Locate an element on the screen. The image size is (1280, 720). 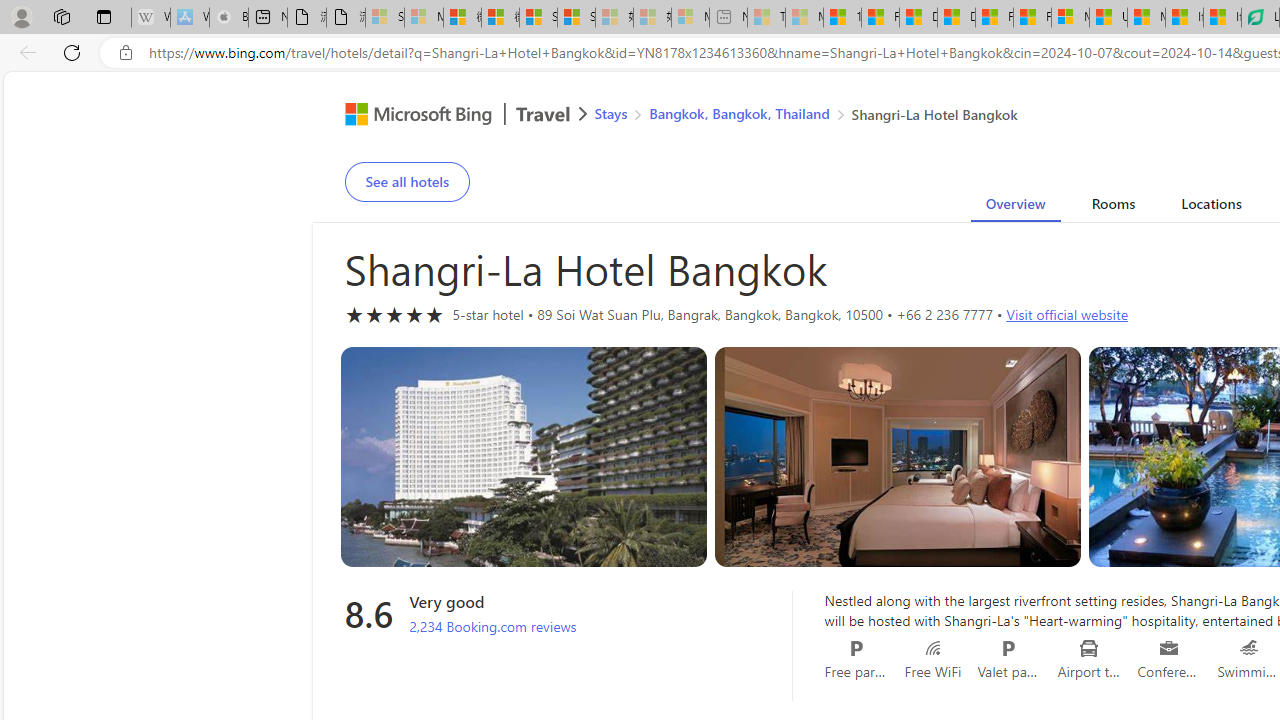
'Free parking' is located at coordinates (856, 648).